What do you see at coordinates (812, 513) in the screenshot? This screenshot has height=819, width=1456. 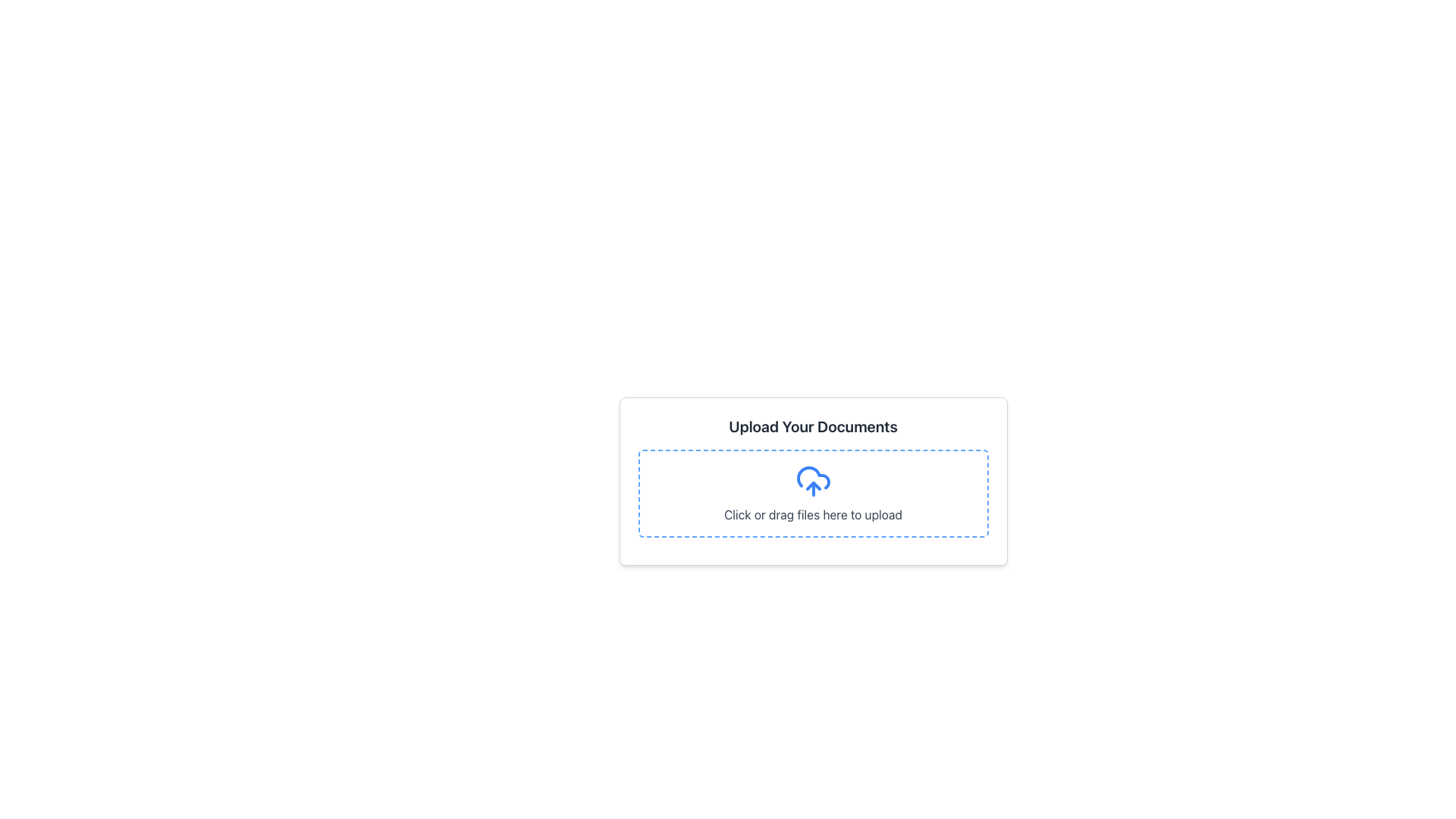 I see `text from the Text Label that says 'Click or drag files here to upload', which is styled in gray color and located in the file upload section below a blue cloud upload icon` at bounding box center [812, 513].